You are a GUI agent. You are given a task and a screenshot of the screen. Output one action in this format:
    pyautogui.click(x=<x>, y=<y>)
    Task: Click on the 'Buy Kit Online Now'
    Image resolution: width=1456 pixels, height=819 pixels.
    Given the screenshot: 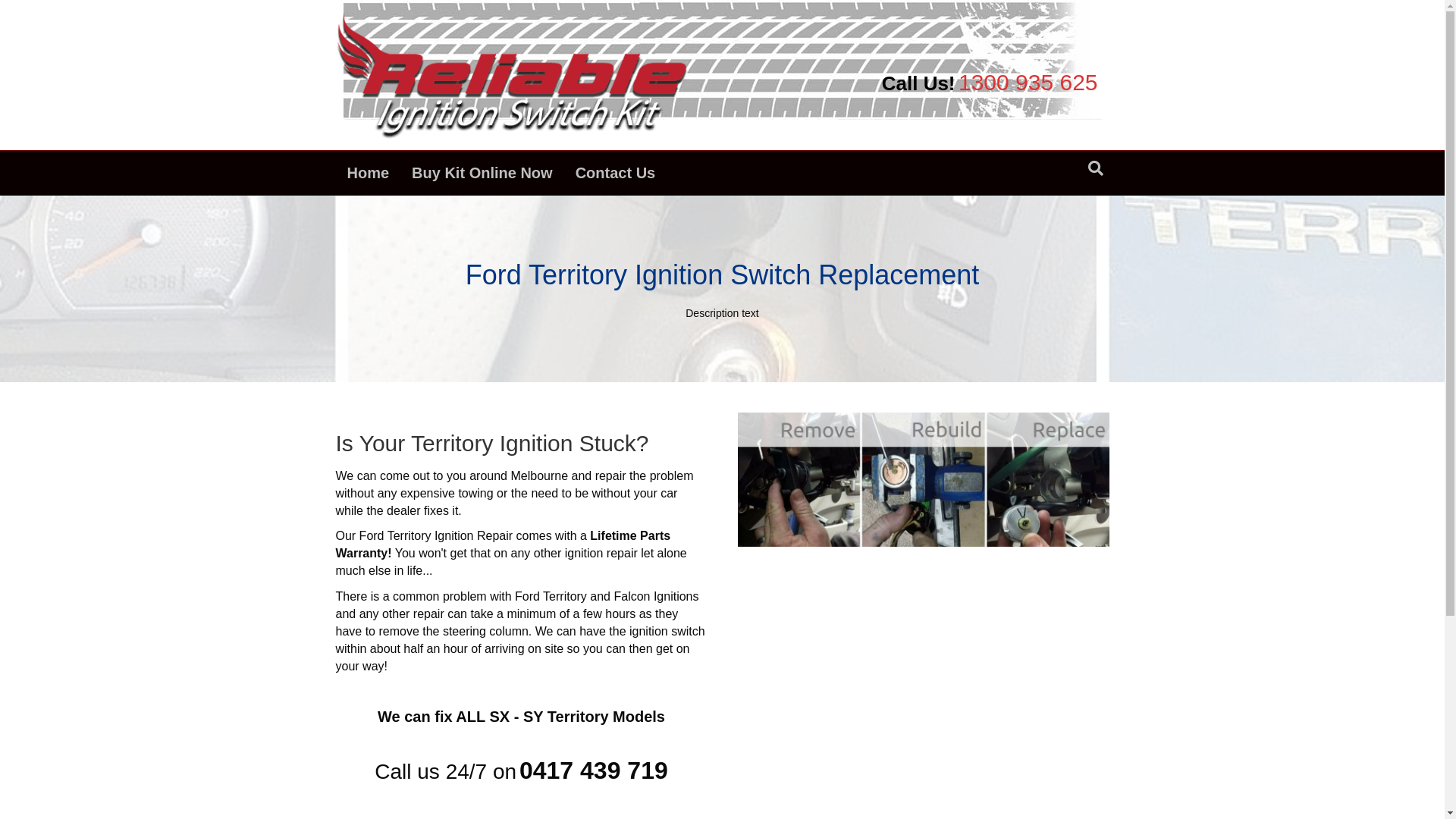 What is the action you would take?
    pyautogui.click(x=400, y=171)
    